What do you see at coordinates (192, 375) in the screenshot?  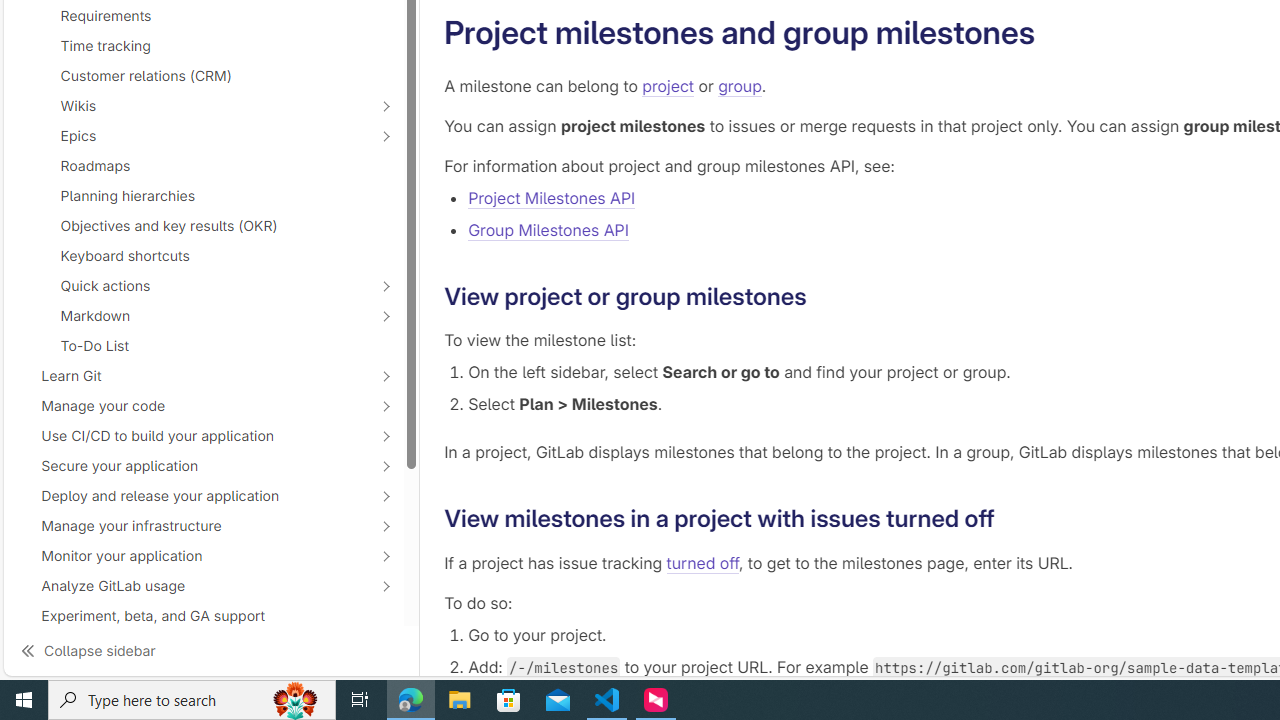 I see `'Learn Git'` at bounding box center [192, 375].